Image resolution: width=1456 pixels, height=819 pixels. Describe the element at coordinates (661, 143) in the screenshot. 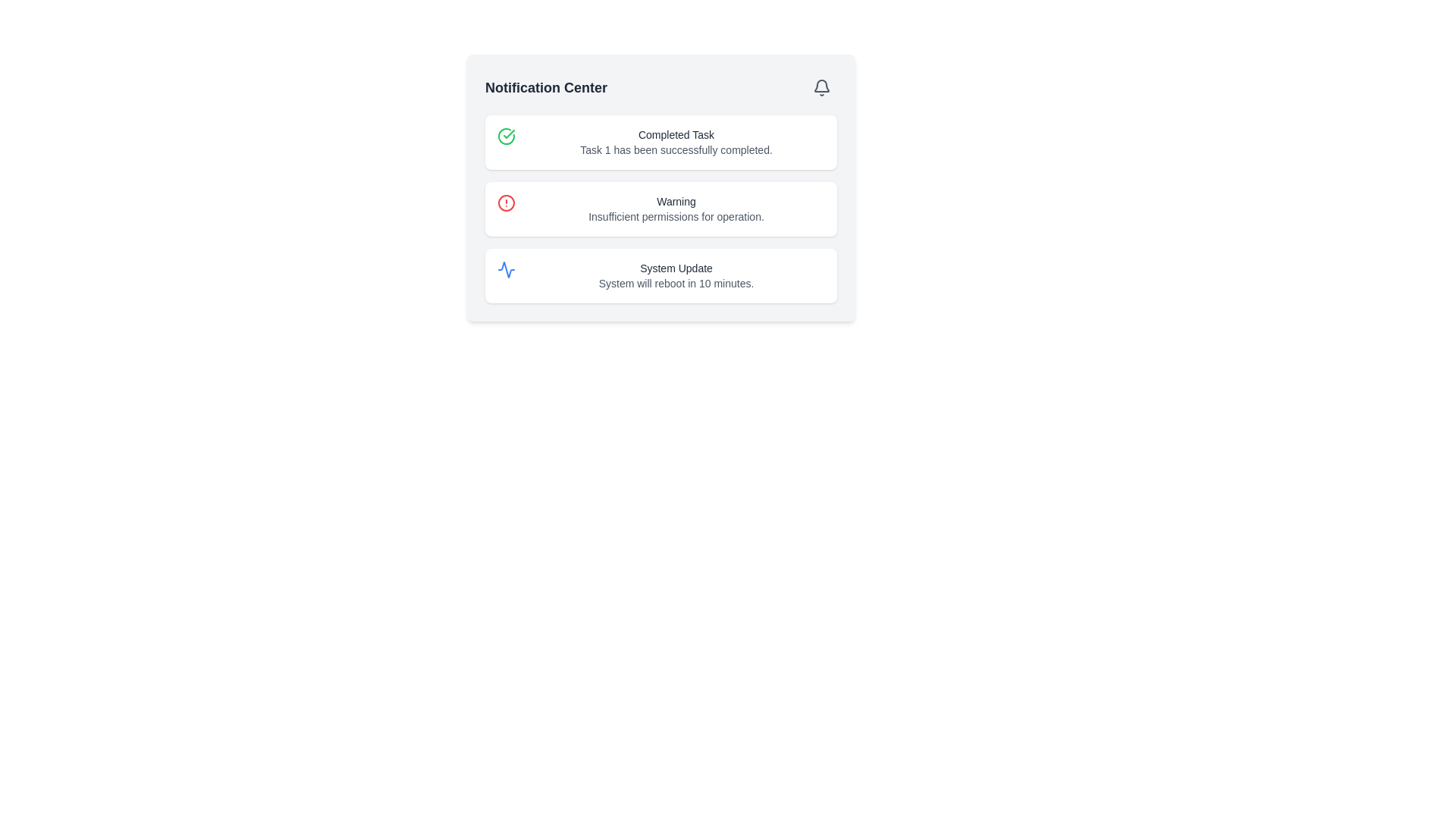

I see `the first notification card in the 'Notification Center' that informs the user about the successful completion of 'Task 1'` at that location.